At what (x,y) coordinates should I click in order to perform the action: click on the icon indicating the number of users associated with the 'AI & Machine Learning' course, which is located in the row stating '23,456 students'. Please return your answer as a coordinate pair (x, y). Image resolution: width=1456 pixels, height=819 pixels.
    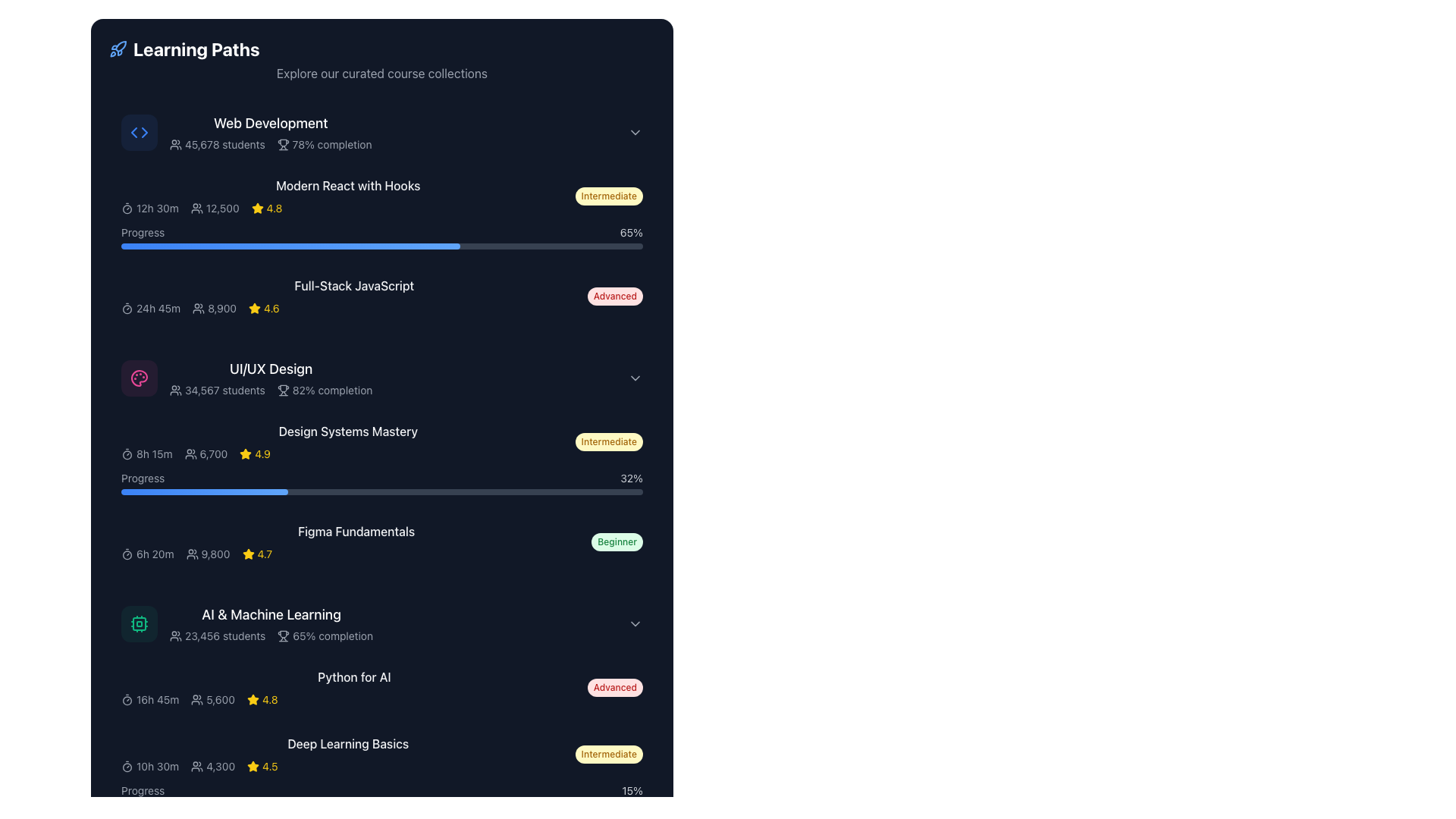
    Looking at the image, I should click on (175, 636).